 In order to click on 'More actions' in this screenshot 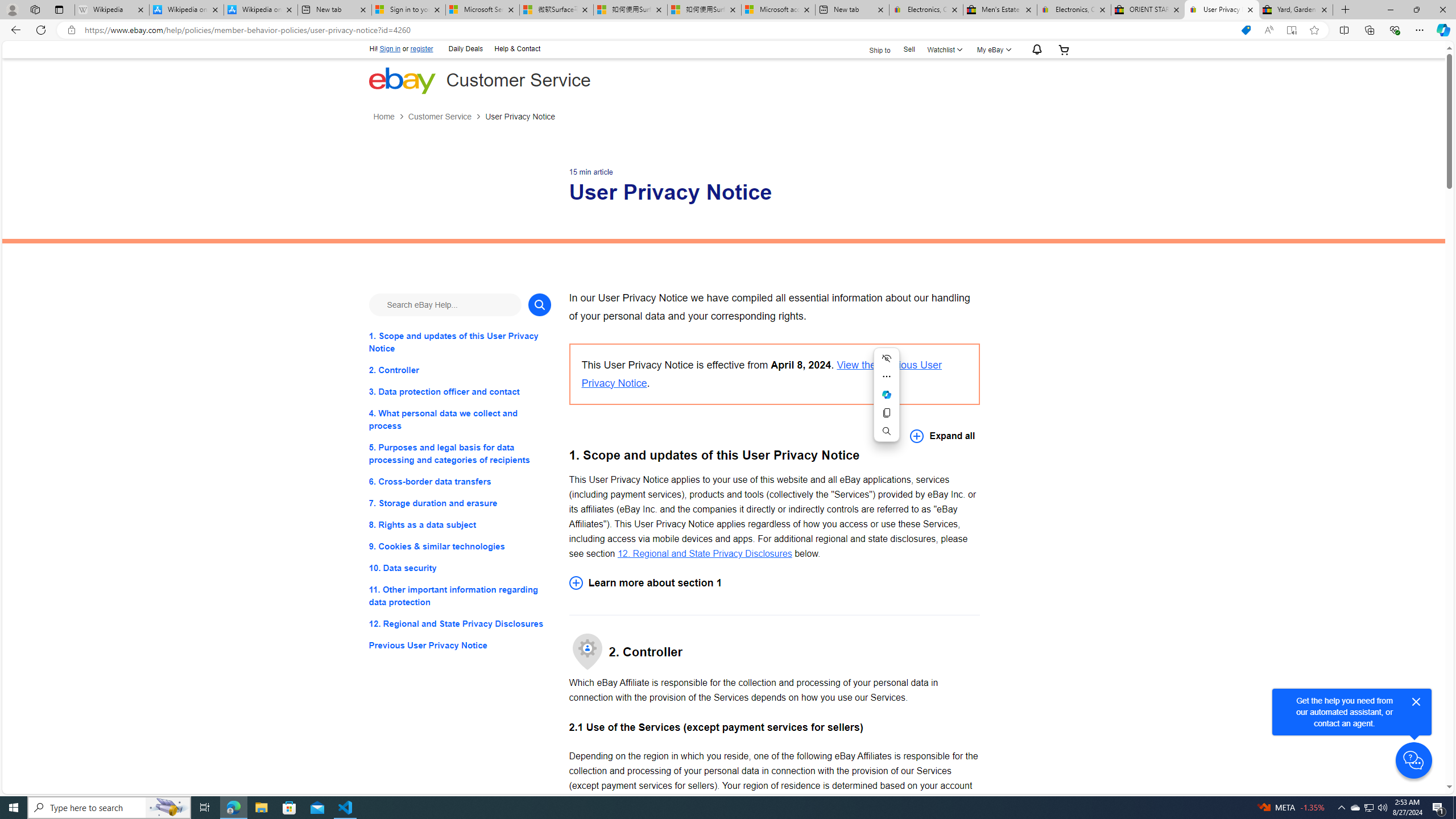, I will do `click(886, 377)`.